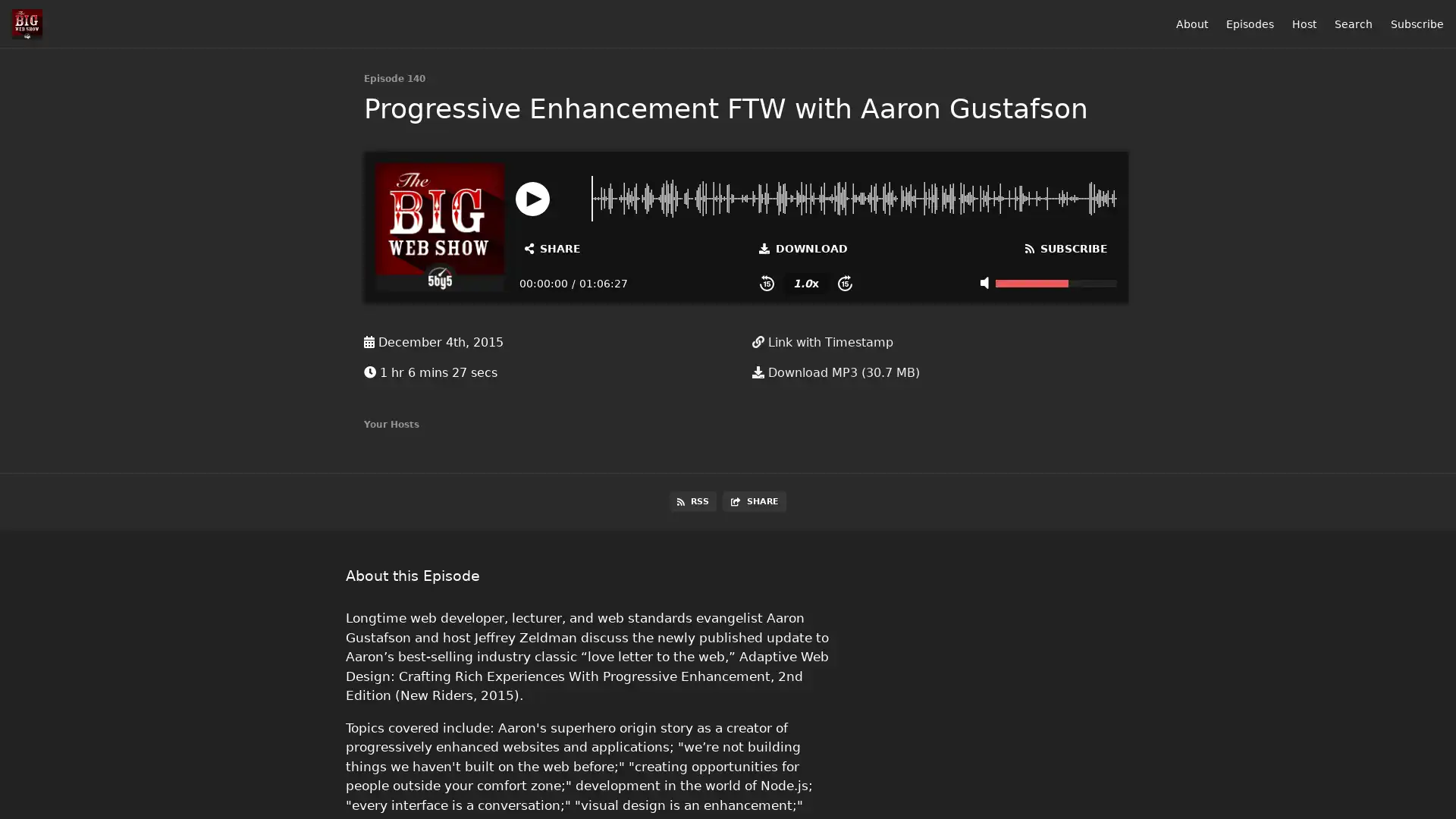 This screenshot has height=819, width=1456. I want to click on Play or Pause, so click(532, 197).